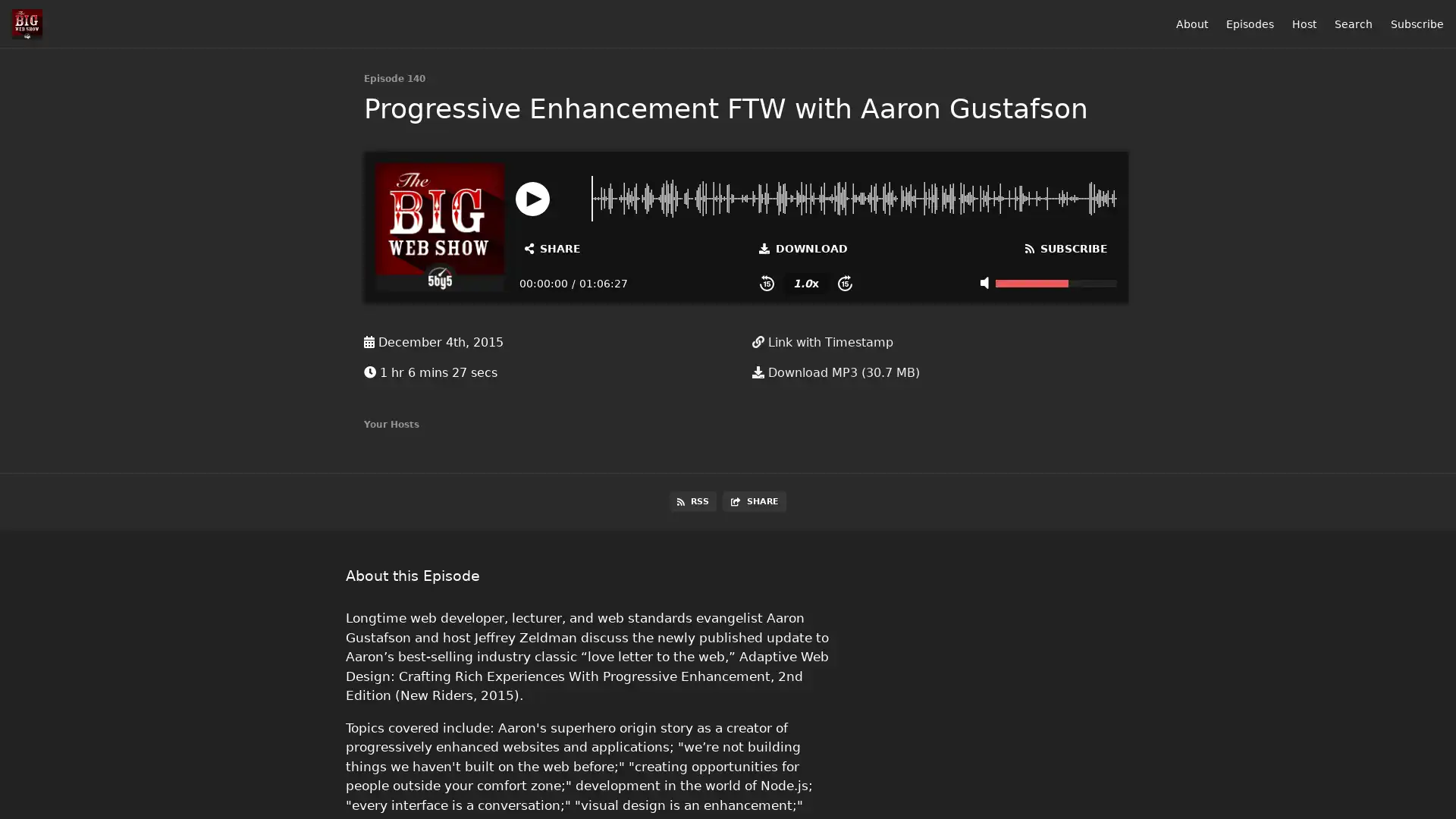 This screenshot has height=819, width=1456. I want to click on Play or Pause, so click(532, 197).